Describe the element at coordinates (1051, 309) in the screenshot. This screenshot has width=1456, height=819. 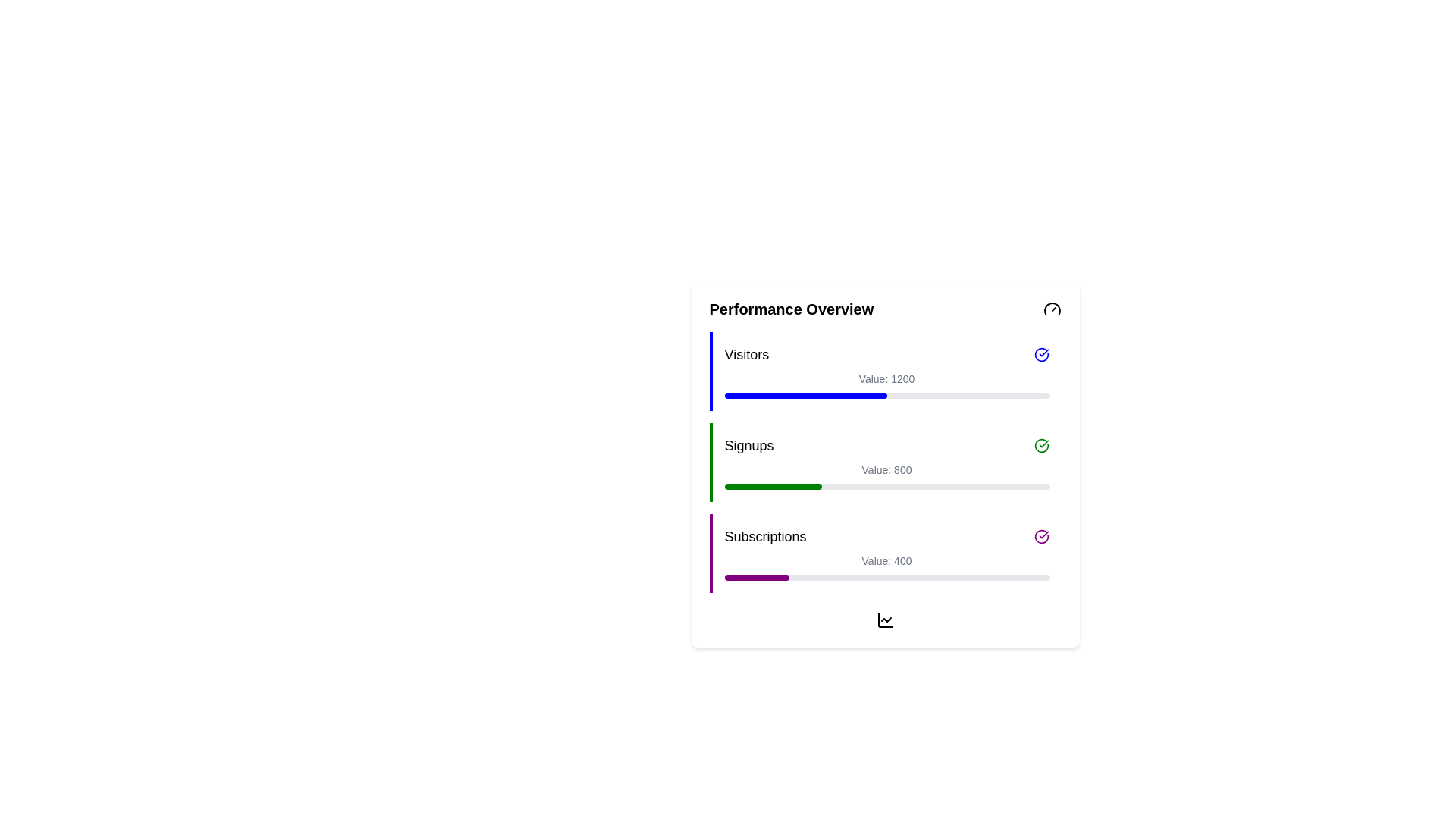
I see `the gauge icon in the 'Performance Overview' header, which is visually distinct with a semi-circular graphic and a needle pointing towards the center` at that location.